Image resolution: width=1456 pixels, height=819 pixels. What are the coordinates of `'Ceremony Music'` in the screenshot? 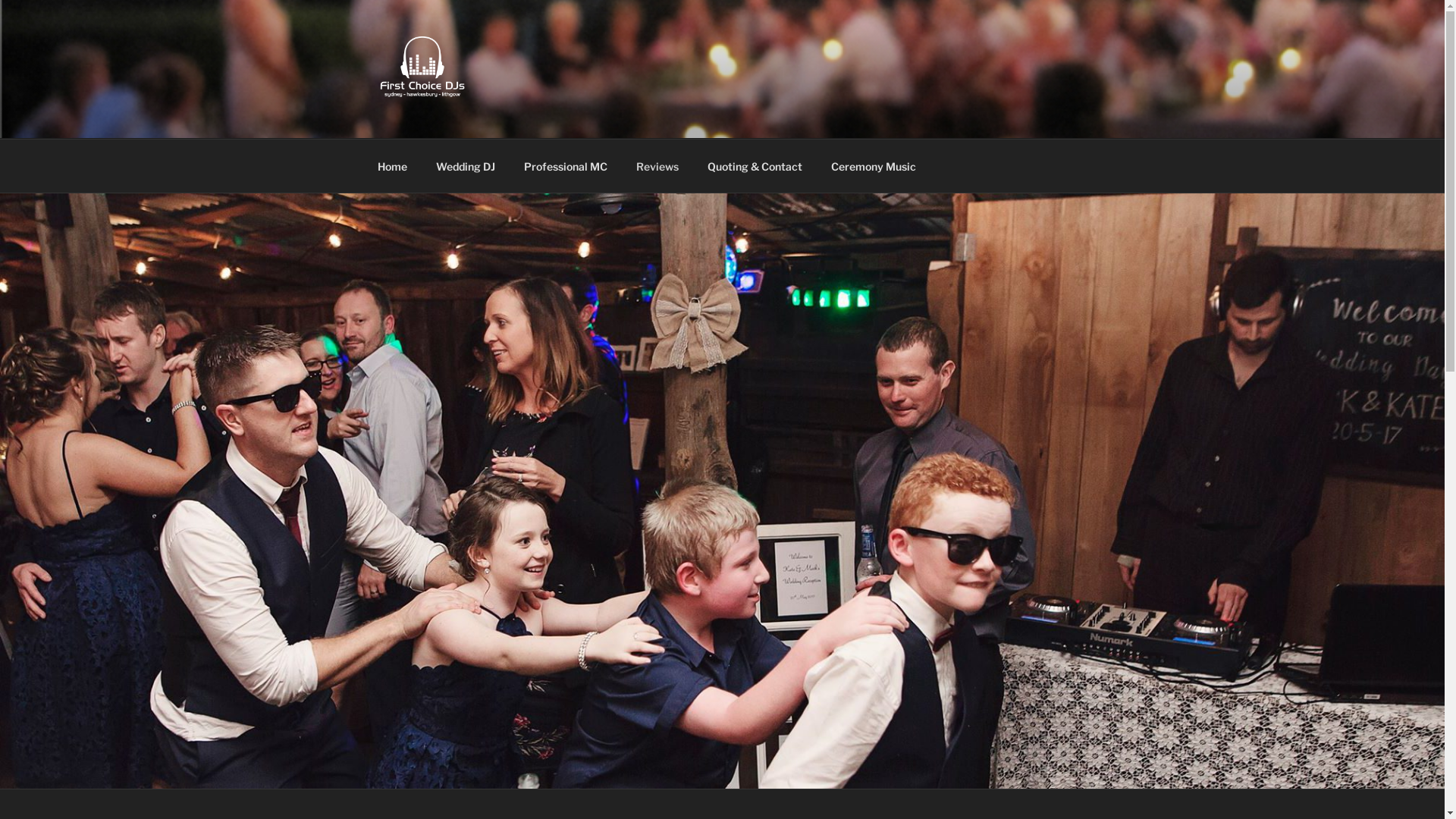 It's located at (873, 165).